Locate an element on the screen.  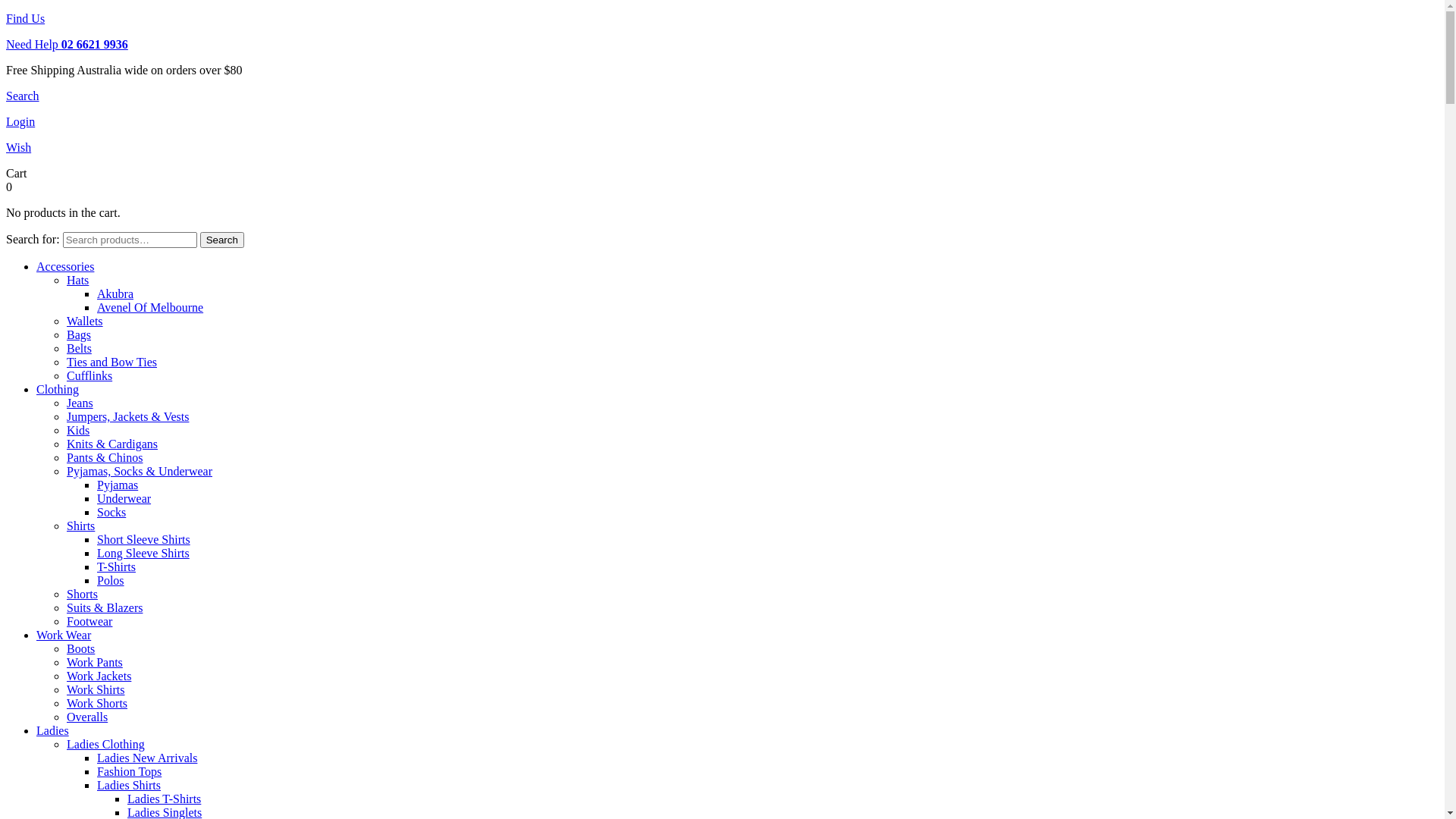
'Shirts' is located at coordinates (65, 525).